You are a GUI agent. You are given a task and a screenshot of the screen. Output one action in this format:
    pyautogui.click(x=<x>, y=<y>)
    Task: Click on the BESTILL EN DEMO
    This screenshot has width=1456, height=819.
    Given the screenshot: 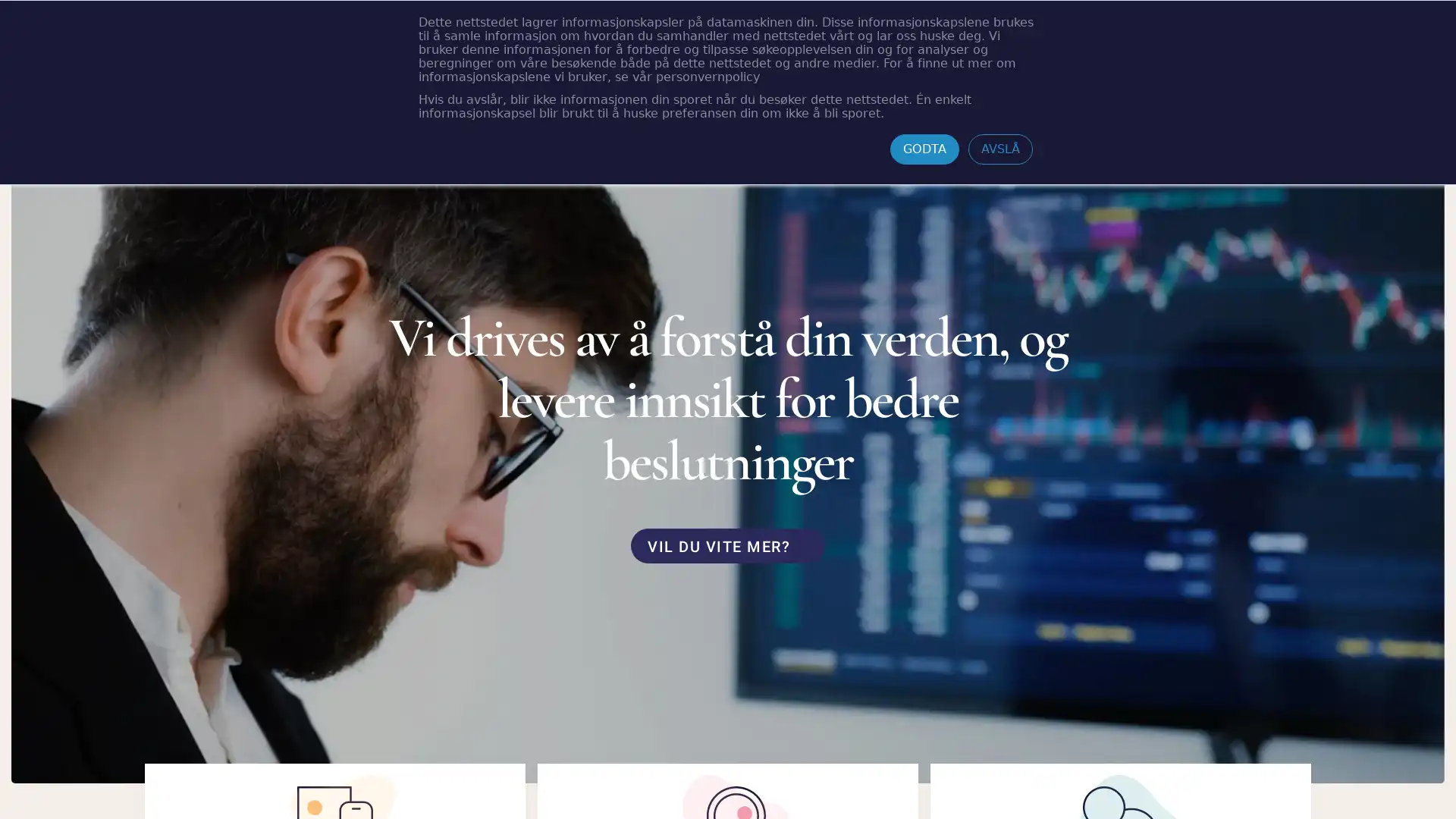 What is the action you would take?
    pyautogui.click(x=1216, y=36)
    